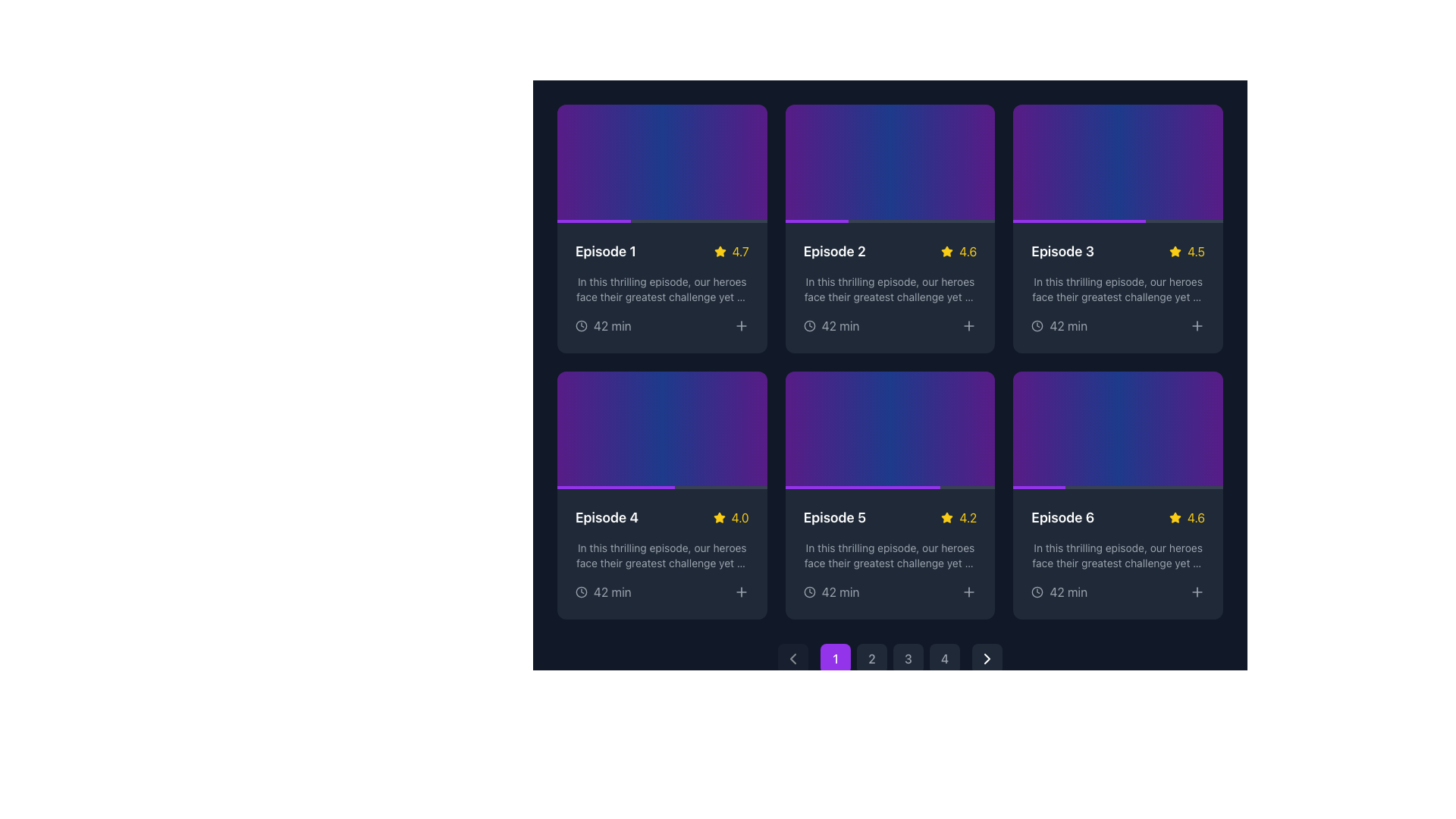  I want to click on the episode title and rating representation element located in the top right box of the episode grid labeled 'Episode 3', so click(1118, 250).